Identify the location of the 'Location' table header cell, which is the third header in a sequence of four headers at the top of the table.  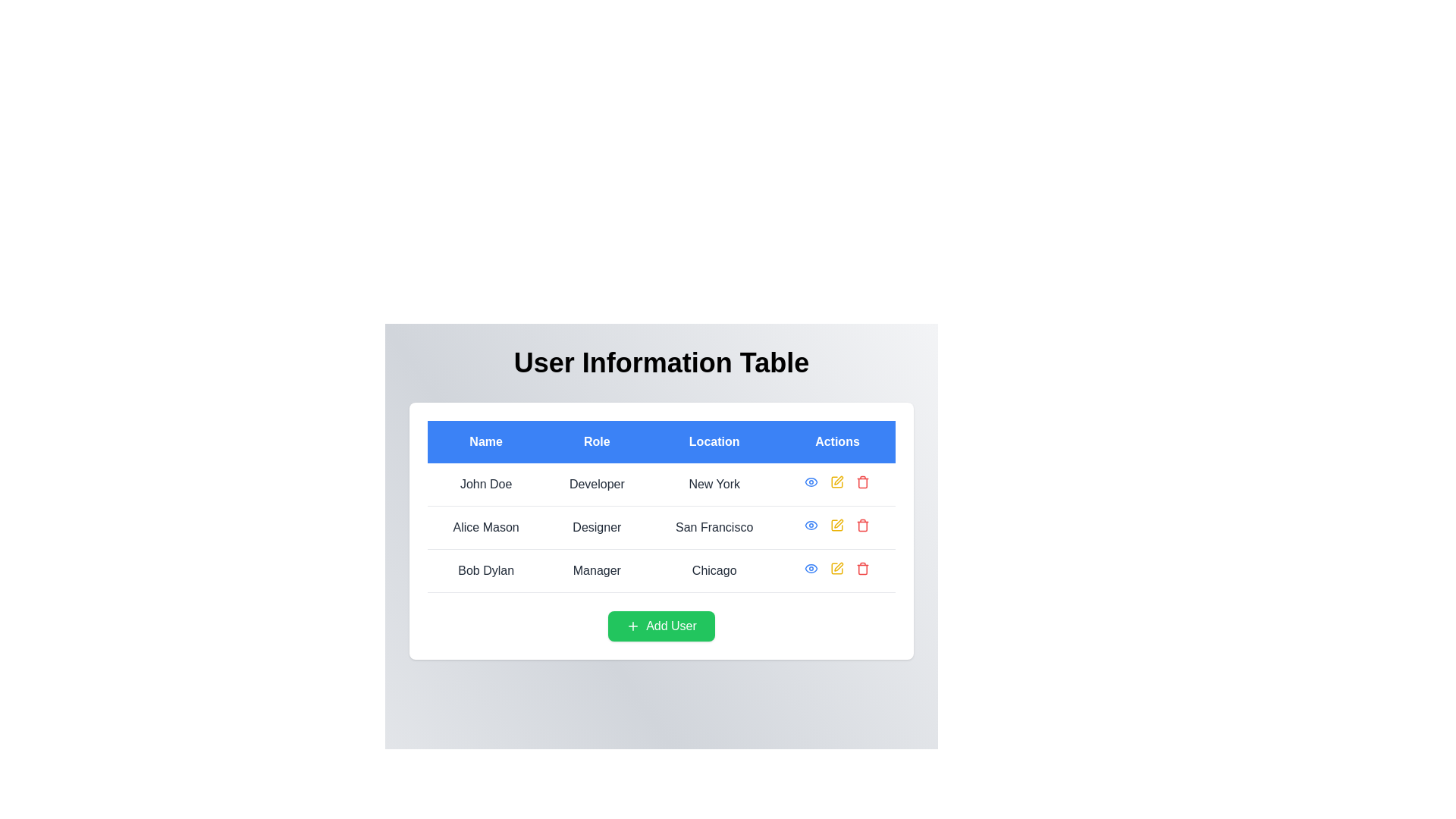
(713, 441).